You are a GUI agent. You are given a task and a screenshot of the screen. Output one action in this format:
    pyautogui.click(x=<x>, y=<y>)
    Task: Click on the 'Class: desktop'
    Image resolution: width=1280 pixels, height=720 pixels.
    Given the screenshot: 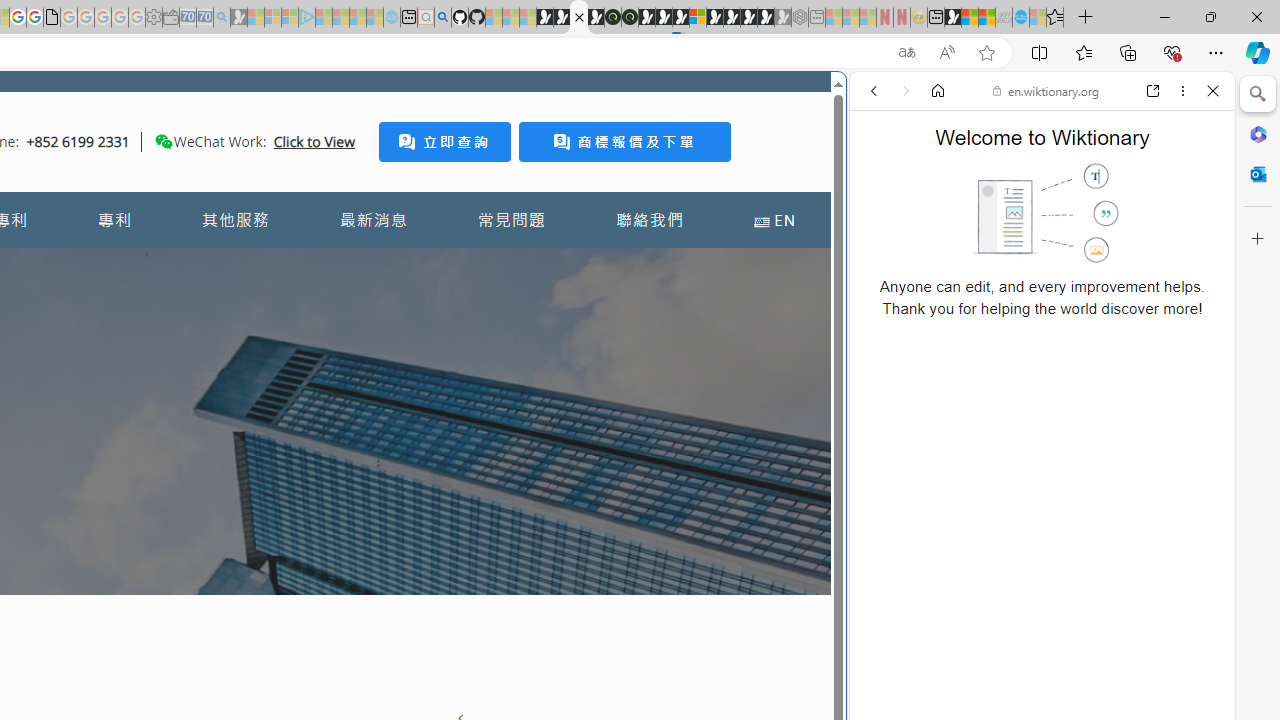 What is the action you would take?
    pyautogui.click(x=163, y=140)
    